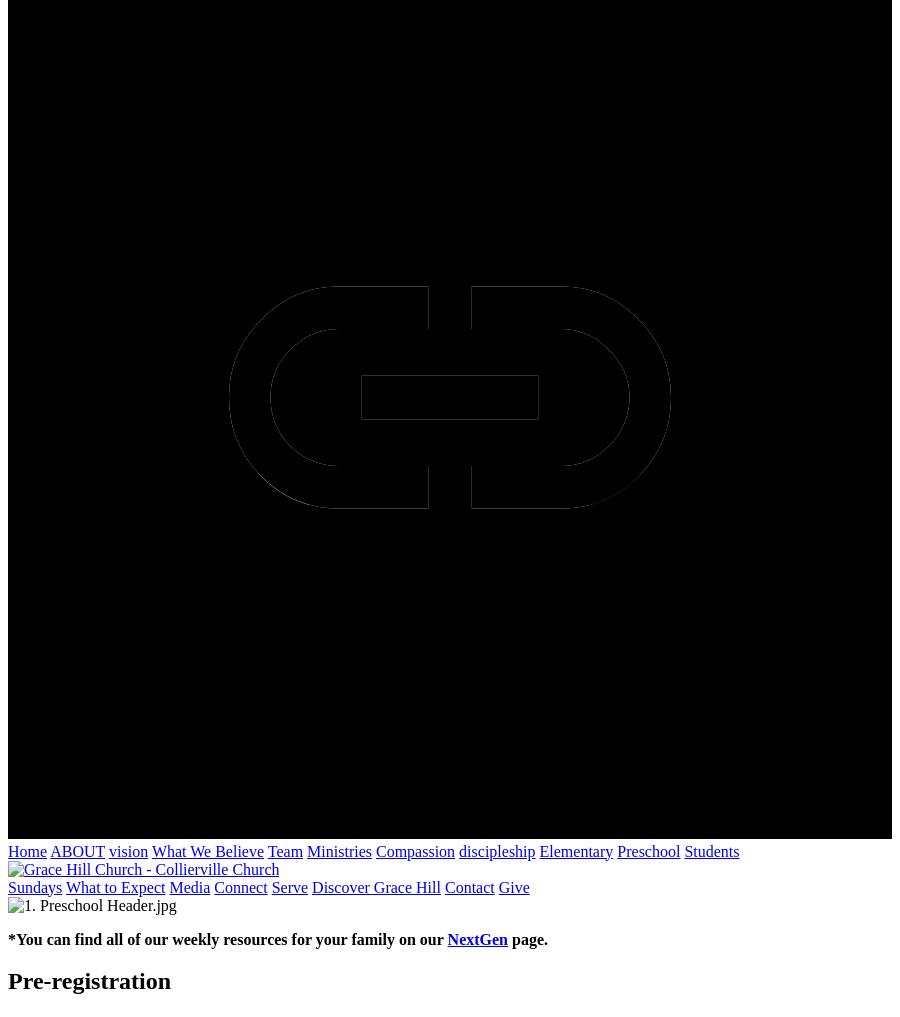  I want to click on 'Team', so click(284, 850).